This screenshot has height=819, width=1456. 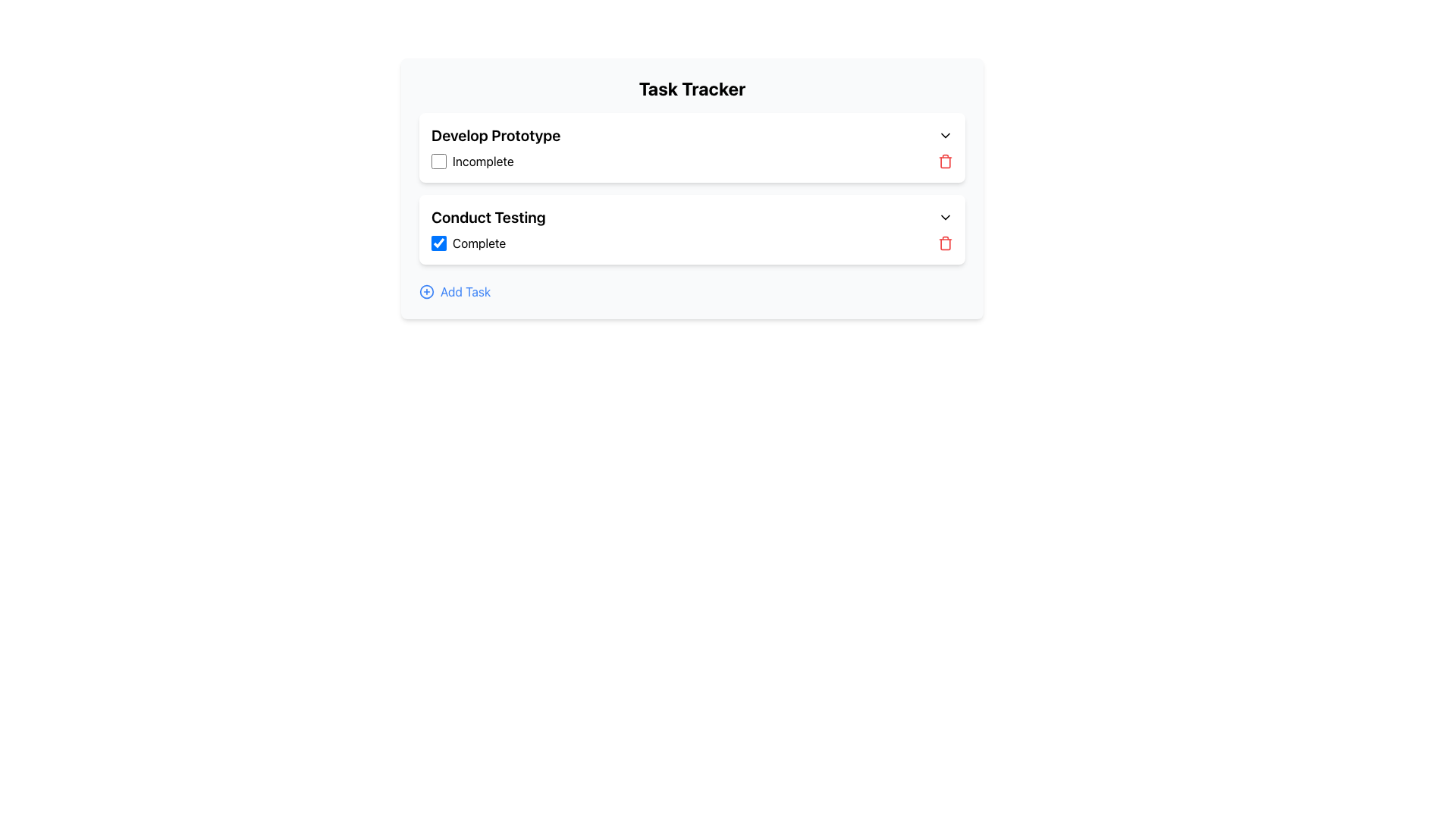 I want to click on the dropdown toggle button located to the far right of the row containing the text 'Conduct Testing', so click(x=945, y=217).